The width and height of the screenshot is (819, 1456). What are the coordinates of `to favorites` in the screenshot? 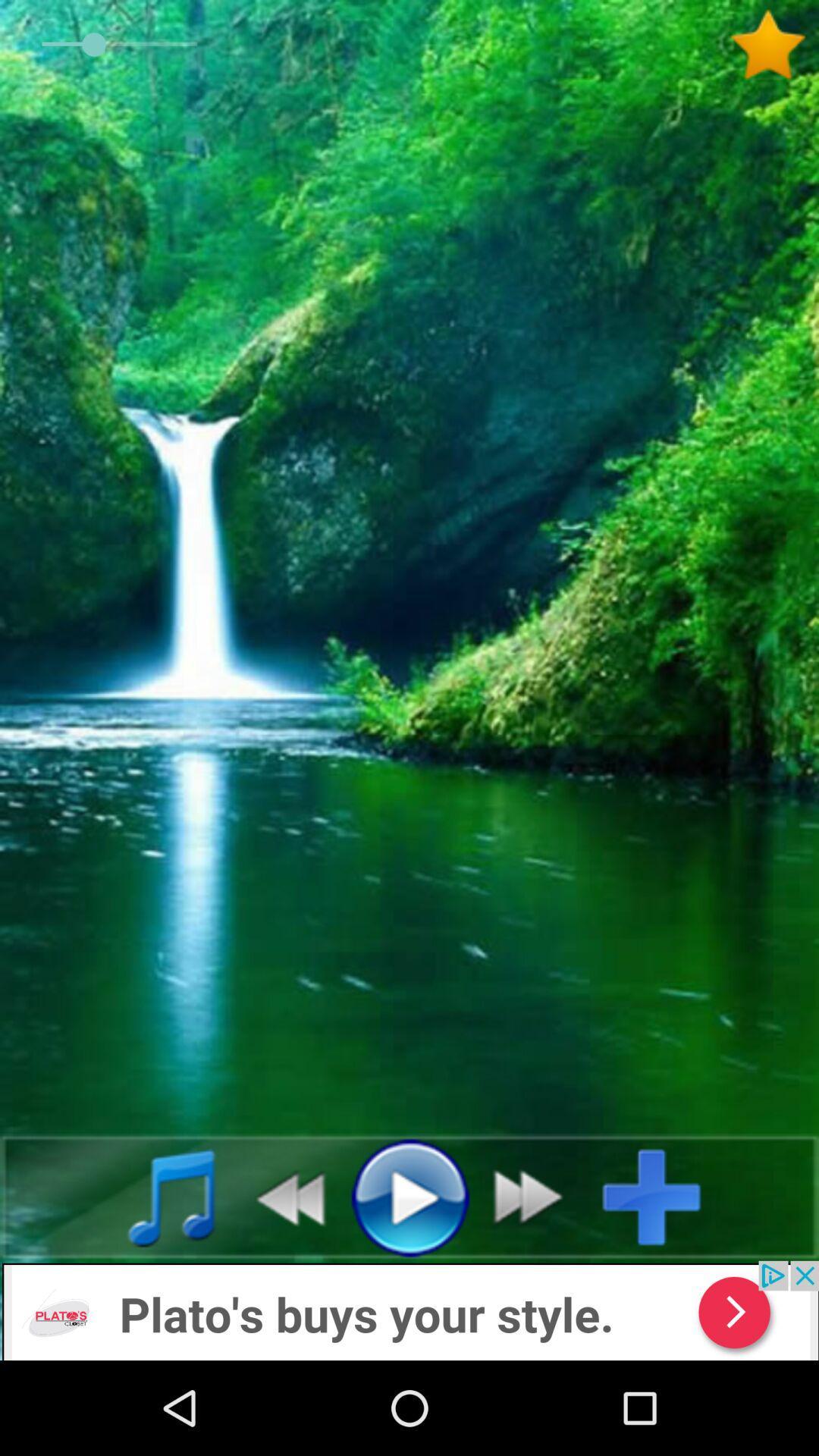 It's located at (773, 45).